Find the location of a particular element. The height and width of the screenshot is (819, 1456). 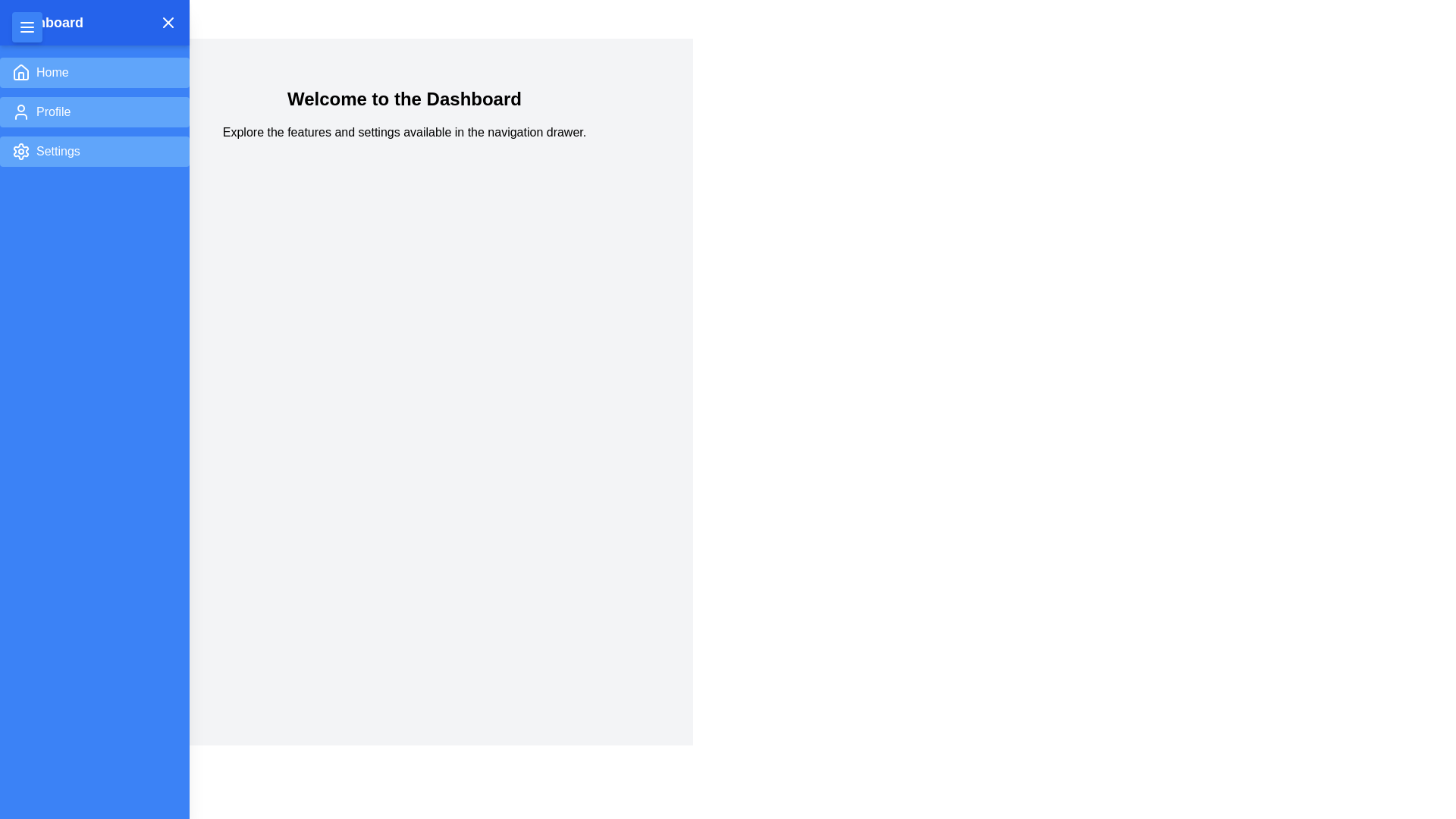

the 'menu' icon, which consists of three horizontal lines on a blue circular button, to possibly reveal a tooltip is located at coordinates (27, 27).